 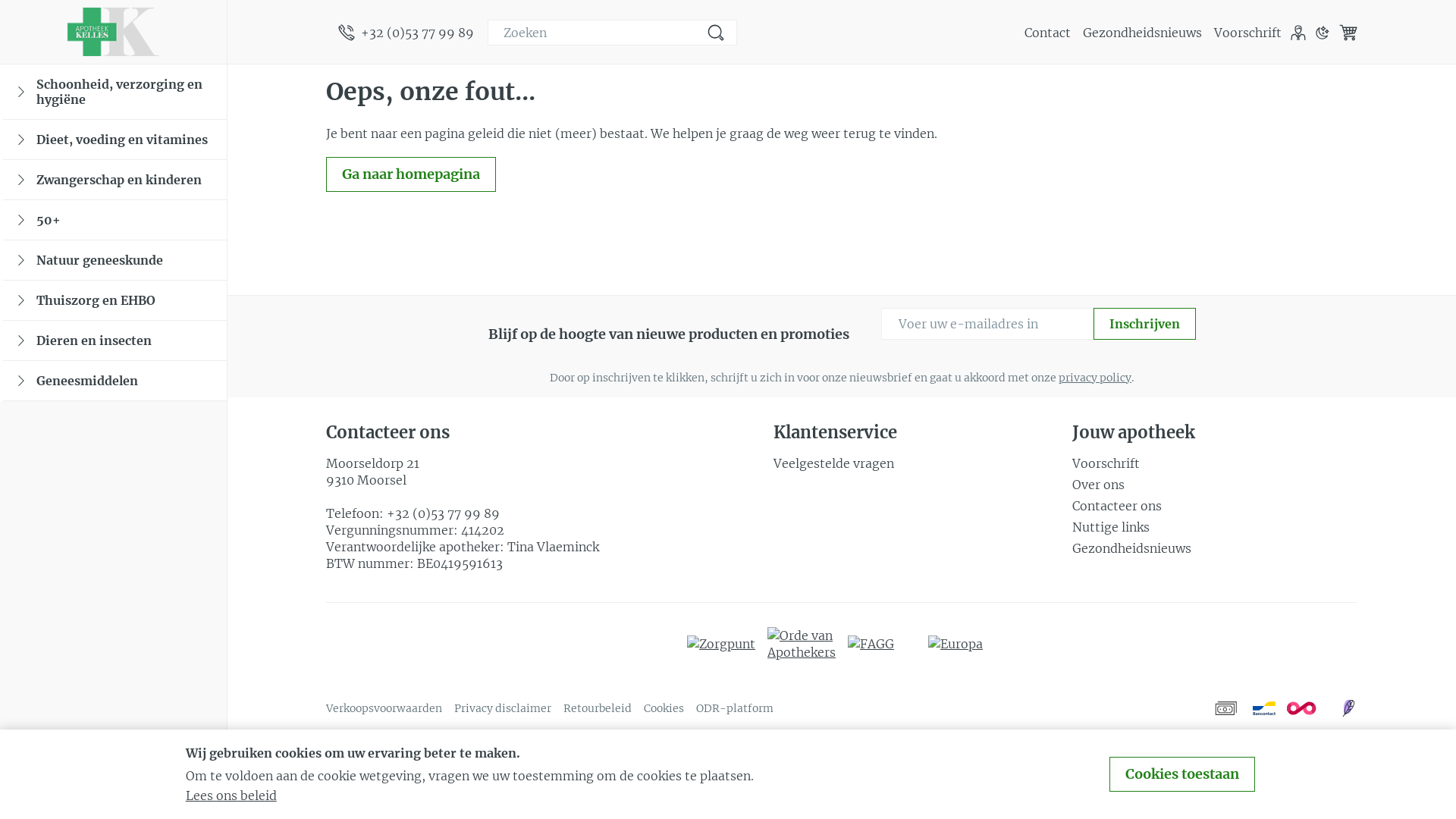 I want to click on 'Retourbeleid', so click(x=596, y=708).